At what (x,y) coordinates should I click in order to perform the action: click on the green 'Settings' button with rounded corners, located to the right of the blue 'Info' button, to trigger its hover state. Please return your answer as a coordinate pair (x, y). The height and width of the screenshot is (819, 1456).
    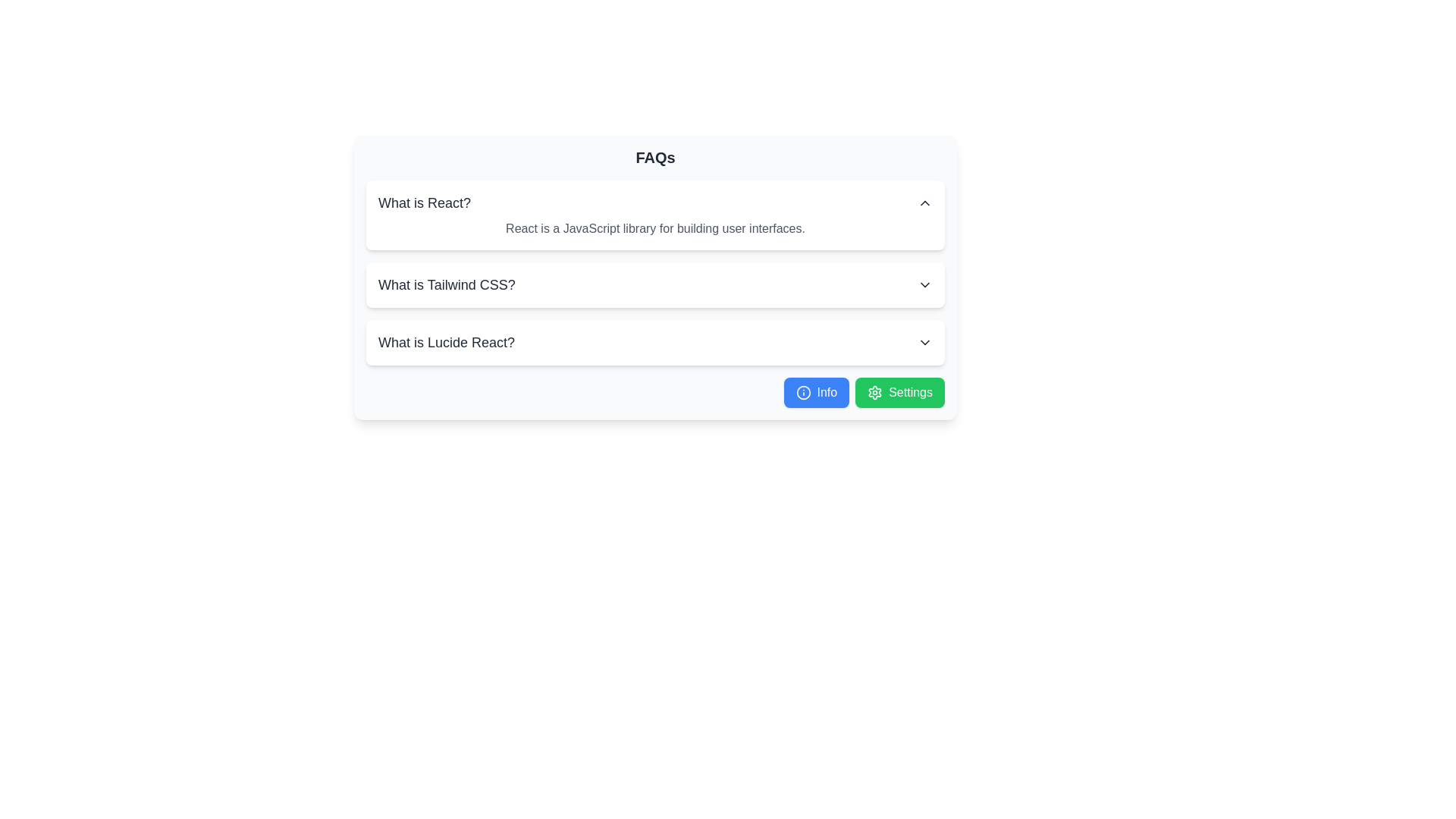
    Looking at the image, I should click on (900, 391).